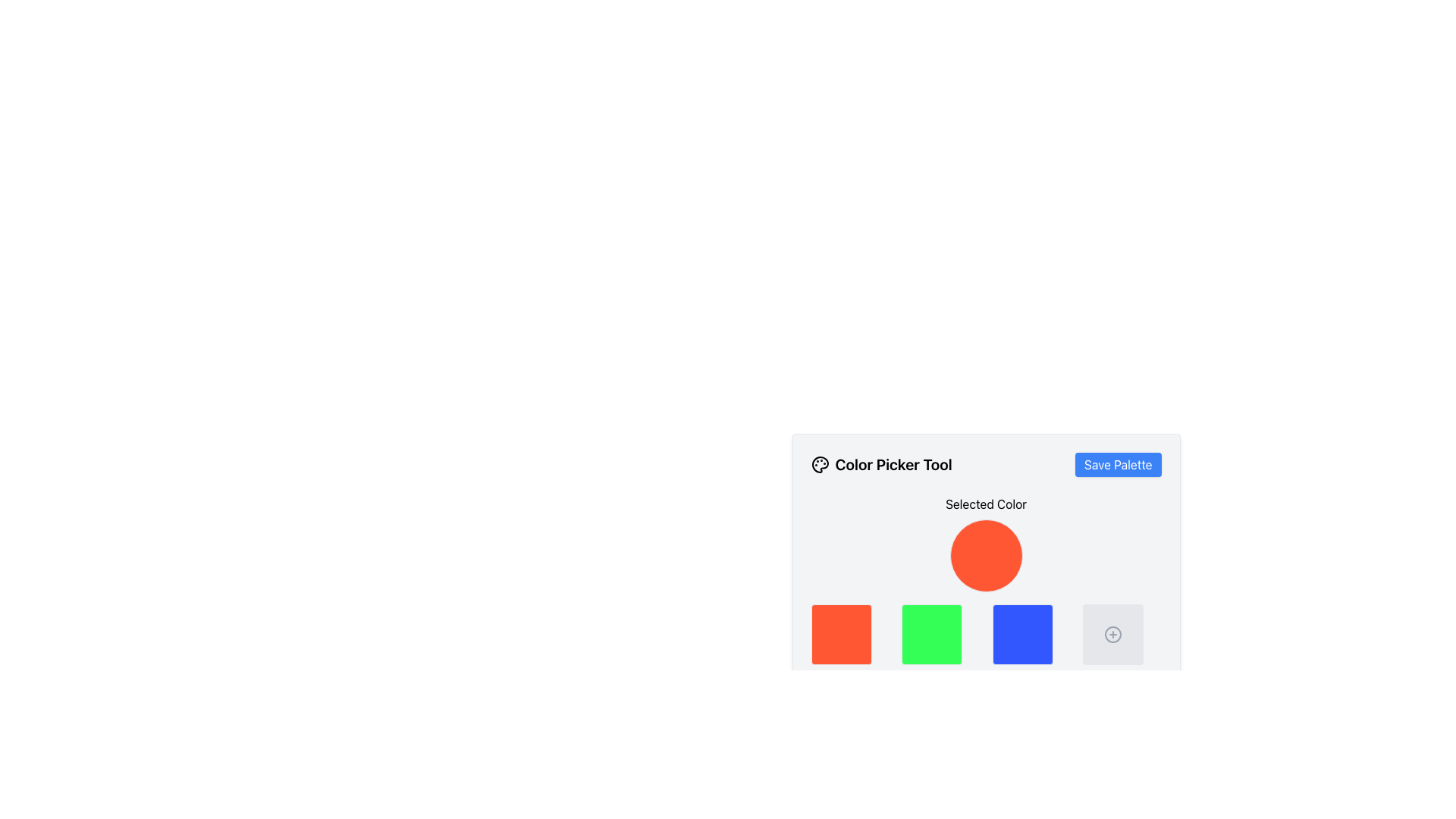 The image size is (1456, 819). What do you see at coordinates (930, 635) in the screenshot?
I see `to select the color from the second Selectable Color Box in the color picker tool` at bounding box center [930, 635].